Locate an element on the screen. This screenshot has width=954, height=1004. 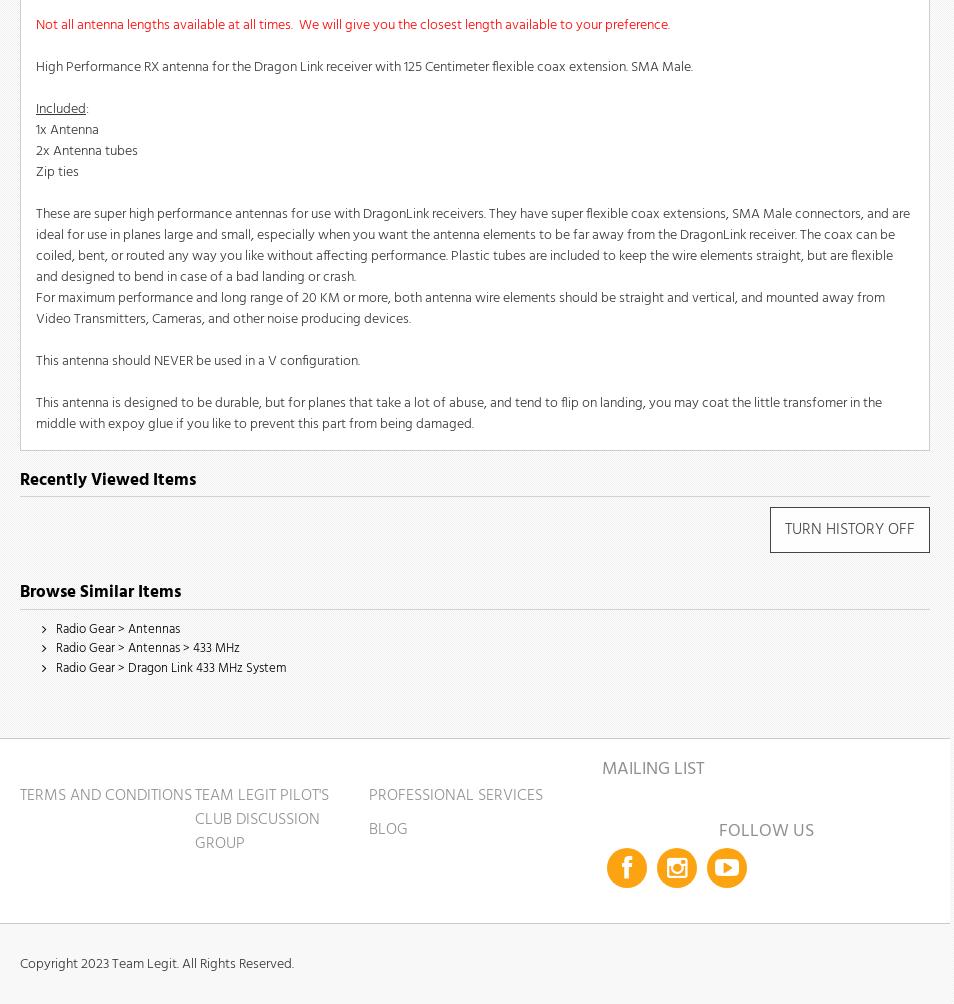
'This antenna should NEVER be used in a V configuration.' is located at coordinates (196, 360).